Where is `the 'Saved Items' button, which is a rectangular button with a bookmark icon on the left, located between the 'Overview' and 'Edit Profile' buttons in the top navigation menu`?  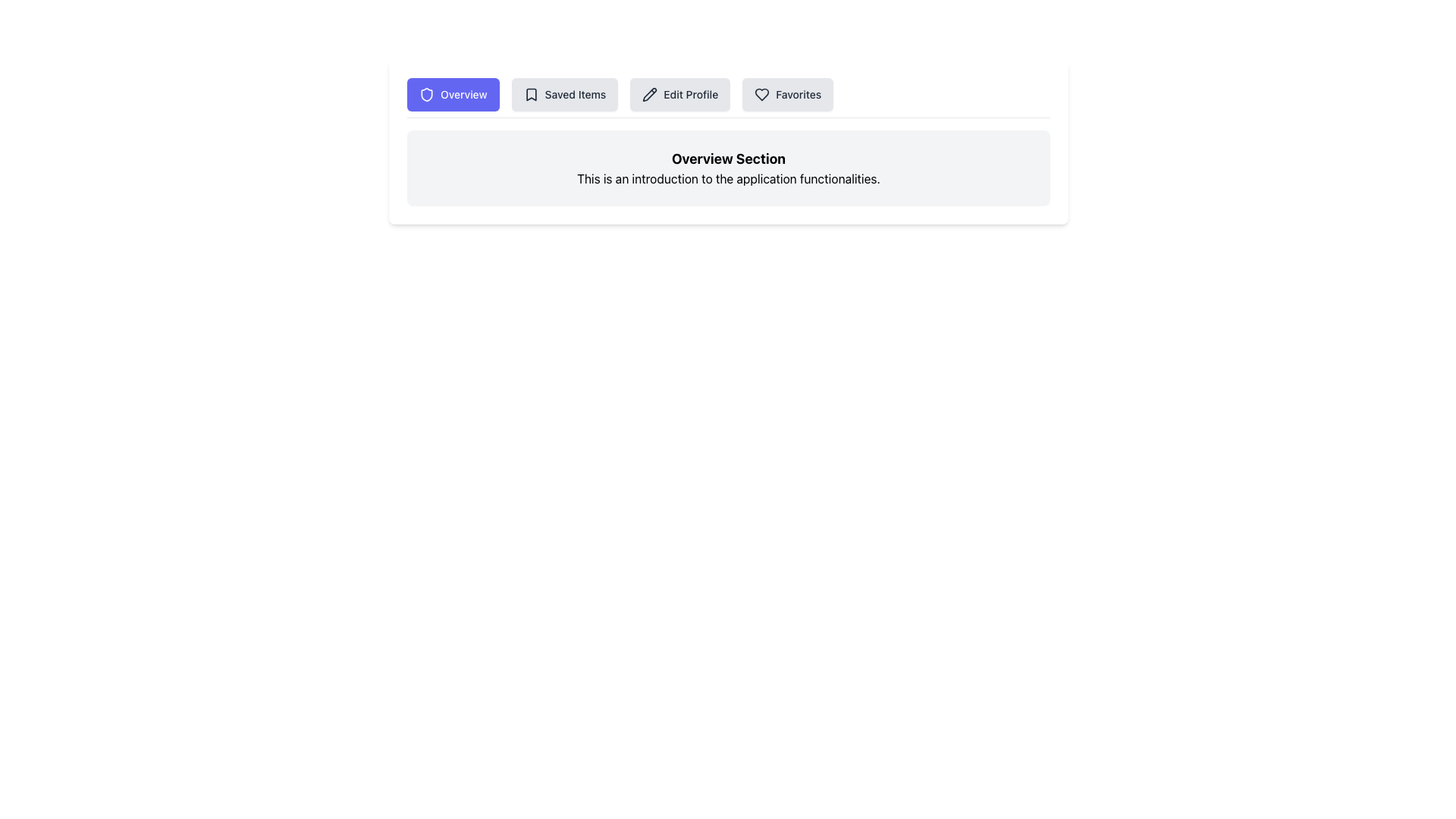 the 'Saved Items' button, which is a rectangular button with a bookmark icon on the left, located between the 'Overview' and 'Edit Profile' buttons in the top navigation menu is located at coordinates (563, 94).